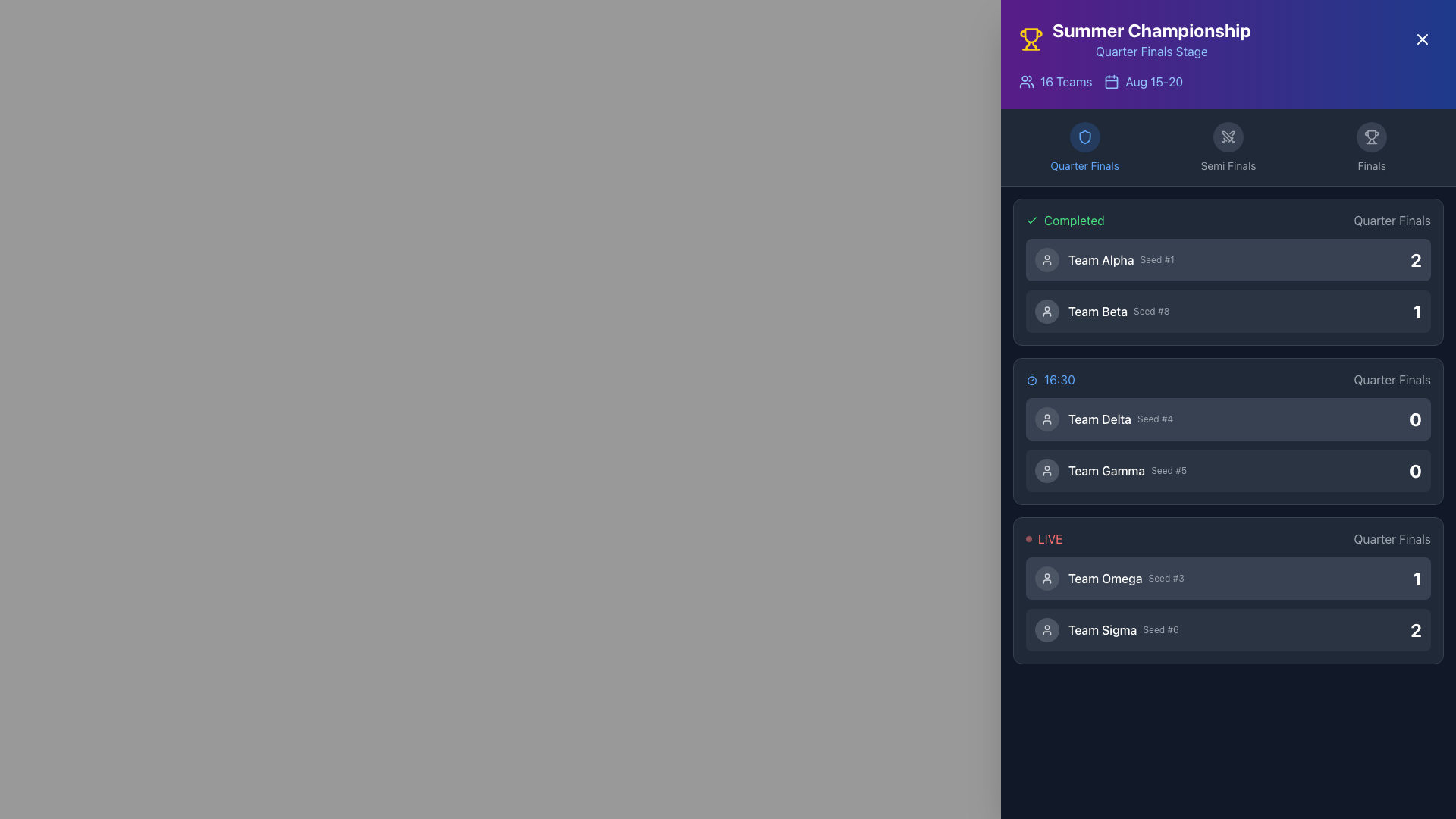 The width and height of the screenshot is (1456, 819). What do you see at coordinates (1104, 259) in the screenshot?
I see `the first list item in the 'Completed' section of the Quarter Finals, which displays the team's name and seeding information, and includes an icon aligned horizontally with the text` at bounding box center [1104, 259].